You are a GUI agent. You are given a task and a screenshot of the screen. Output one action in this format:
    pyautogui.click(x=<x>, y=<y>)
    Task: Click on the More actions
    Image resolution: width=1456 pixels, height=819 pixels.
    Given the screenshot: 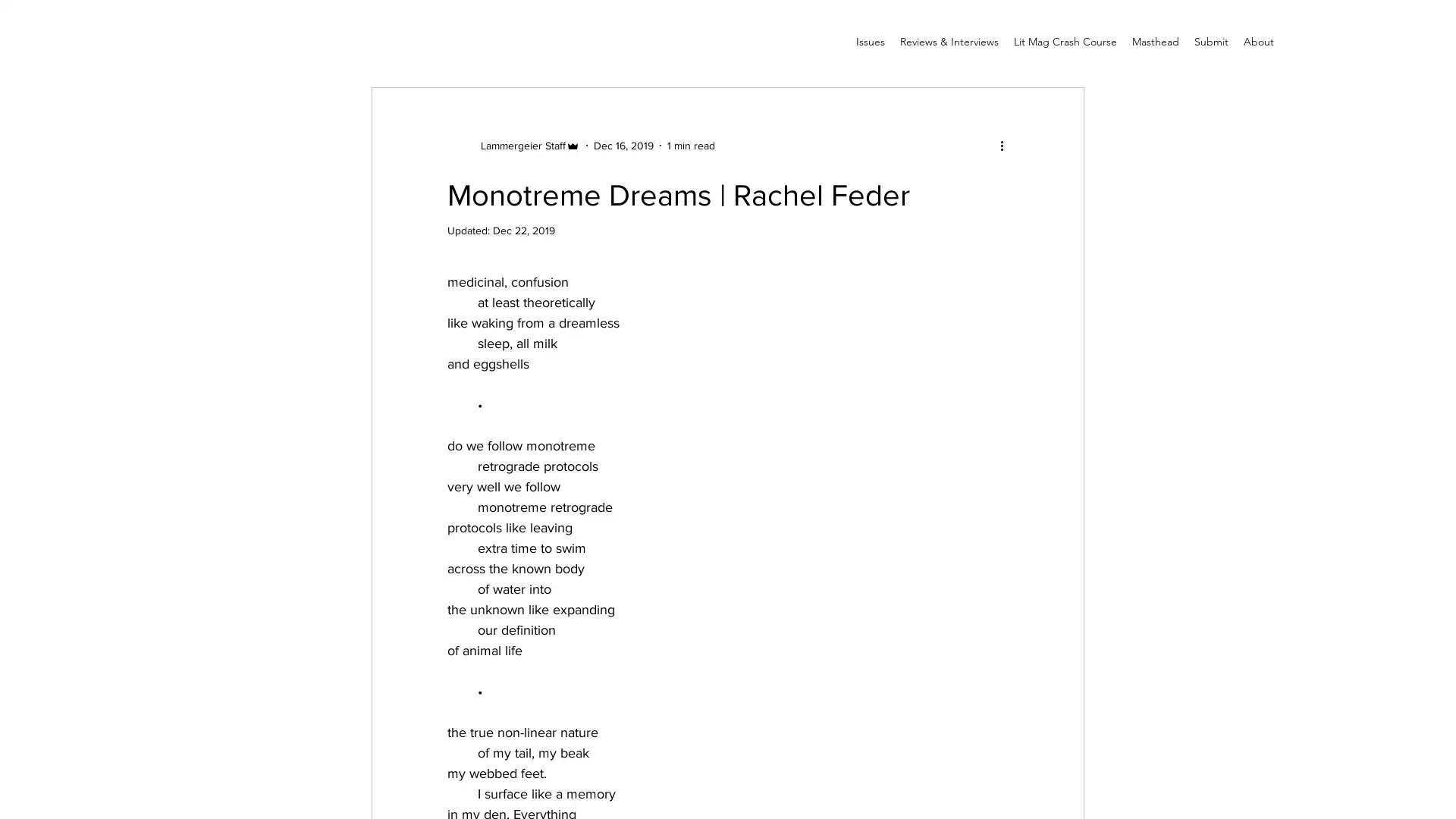 What is the action you would take?
    pyautogui.click(x=1006, y=145)
    